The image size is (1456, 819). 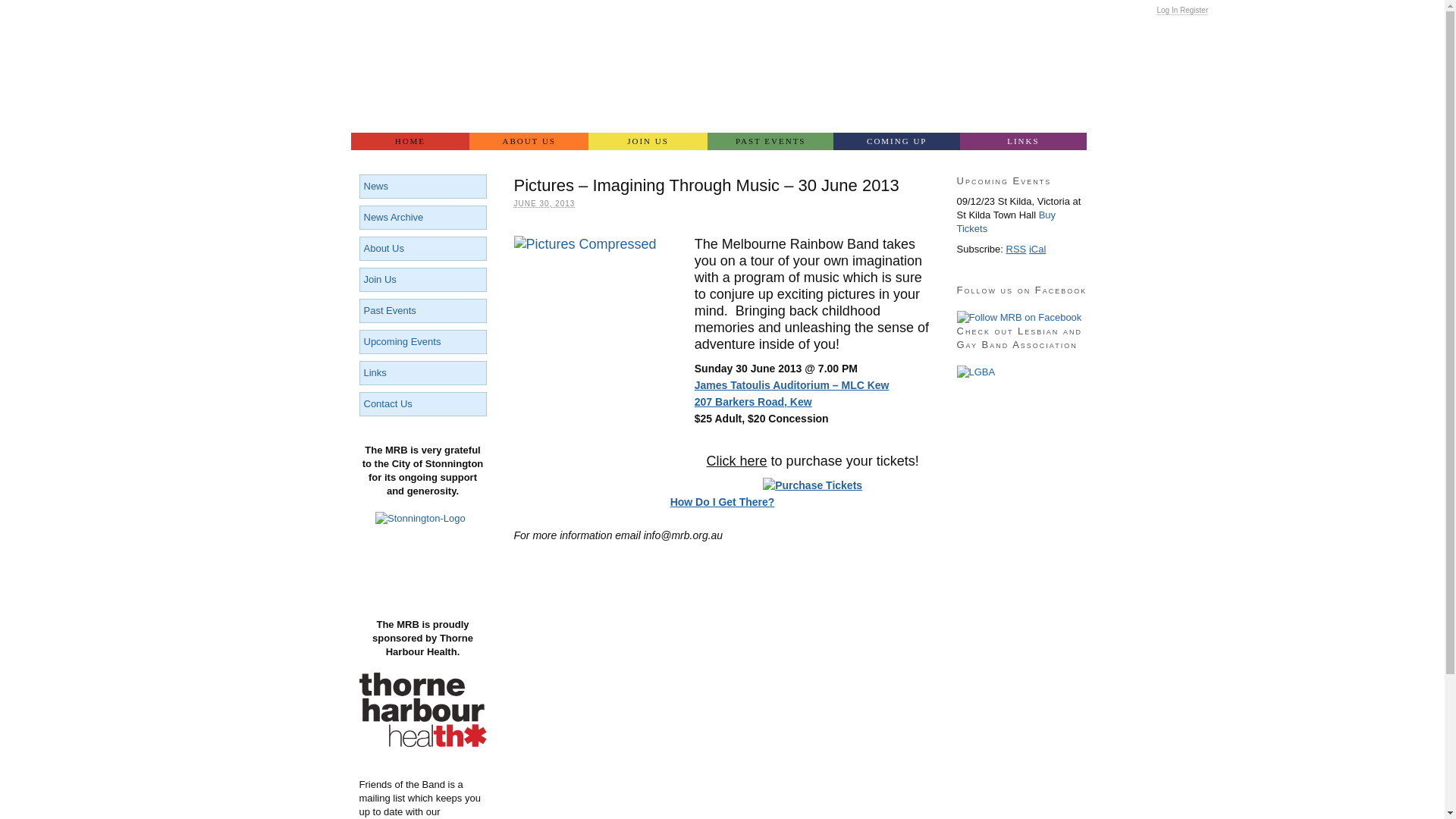 I want to click on 'iCal', so click(x=1037, y=248).